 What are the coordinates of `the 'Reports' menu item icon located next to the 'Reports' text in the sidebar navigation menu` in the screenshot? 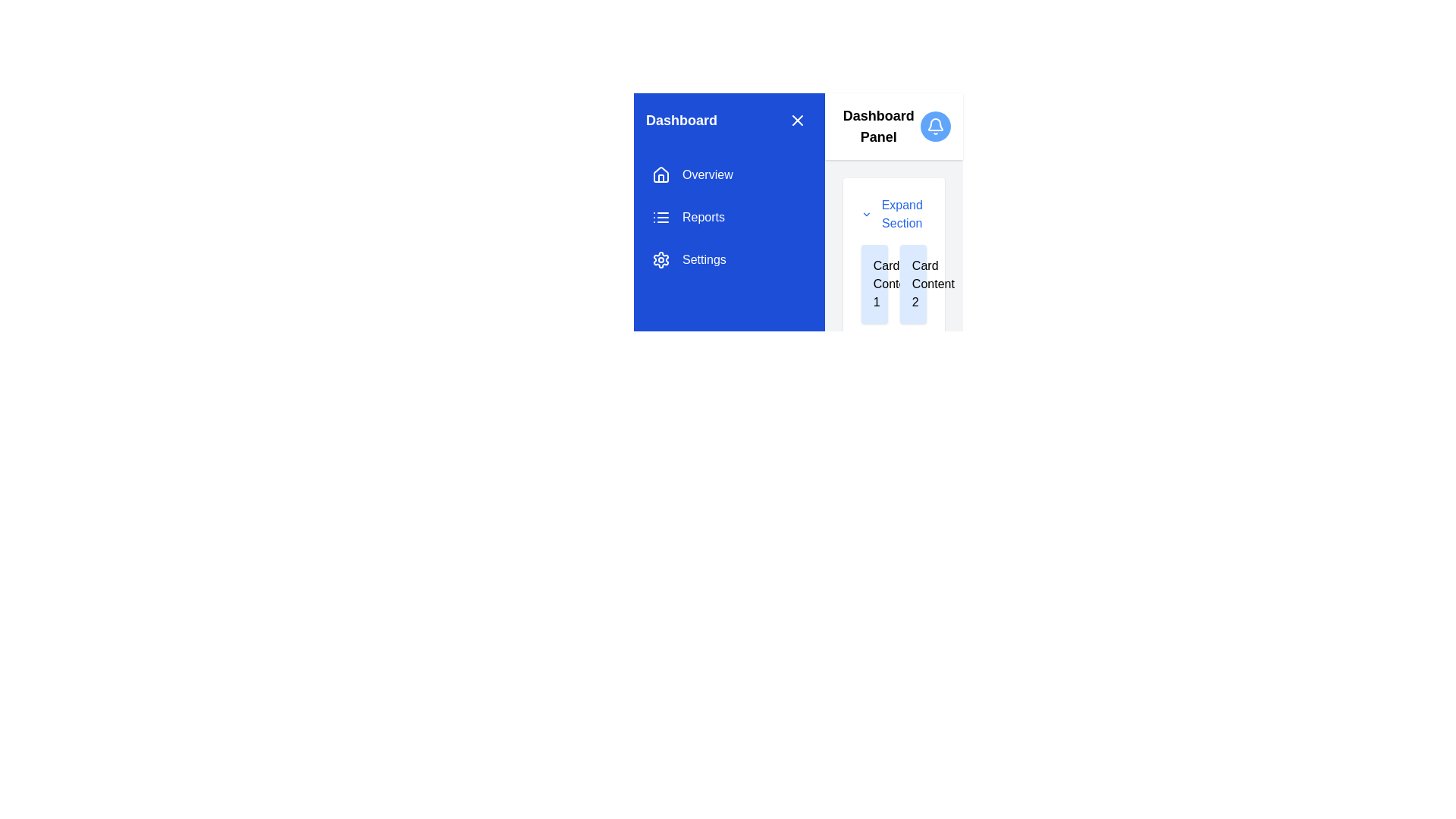 It's located at (661, 217).